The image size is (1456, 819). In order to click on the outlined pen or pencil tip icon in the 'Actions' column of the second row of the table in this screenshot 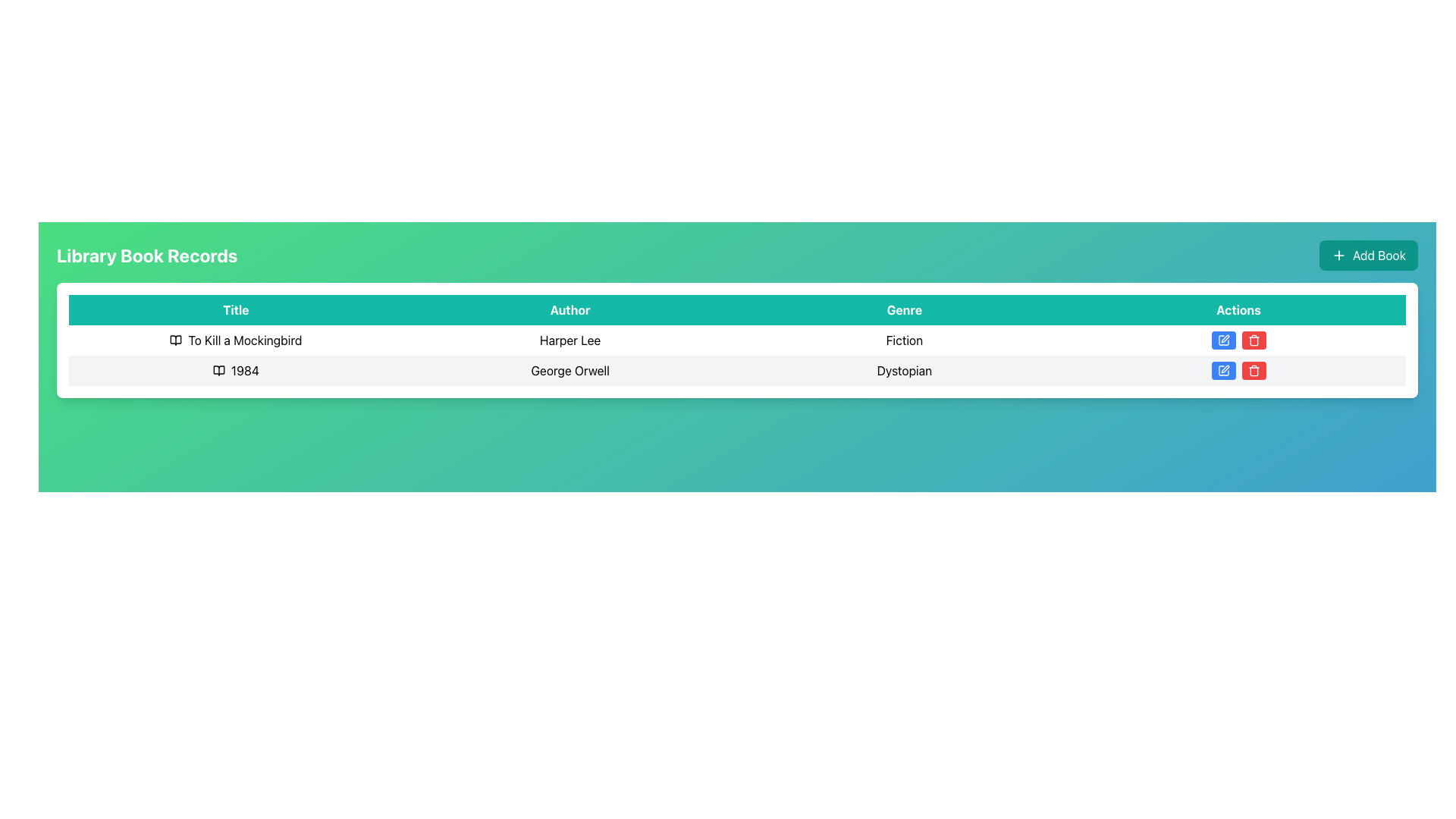, I will do `click(1225, 369)`.